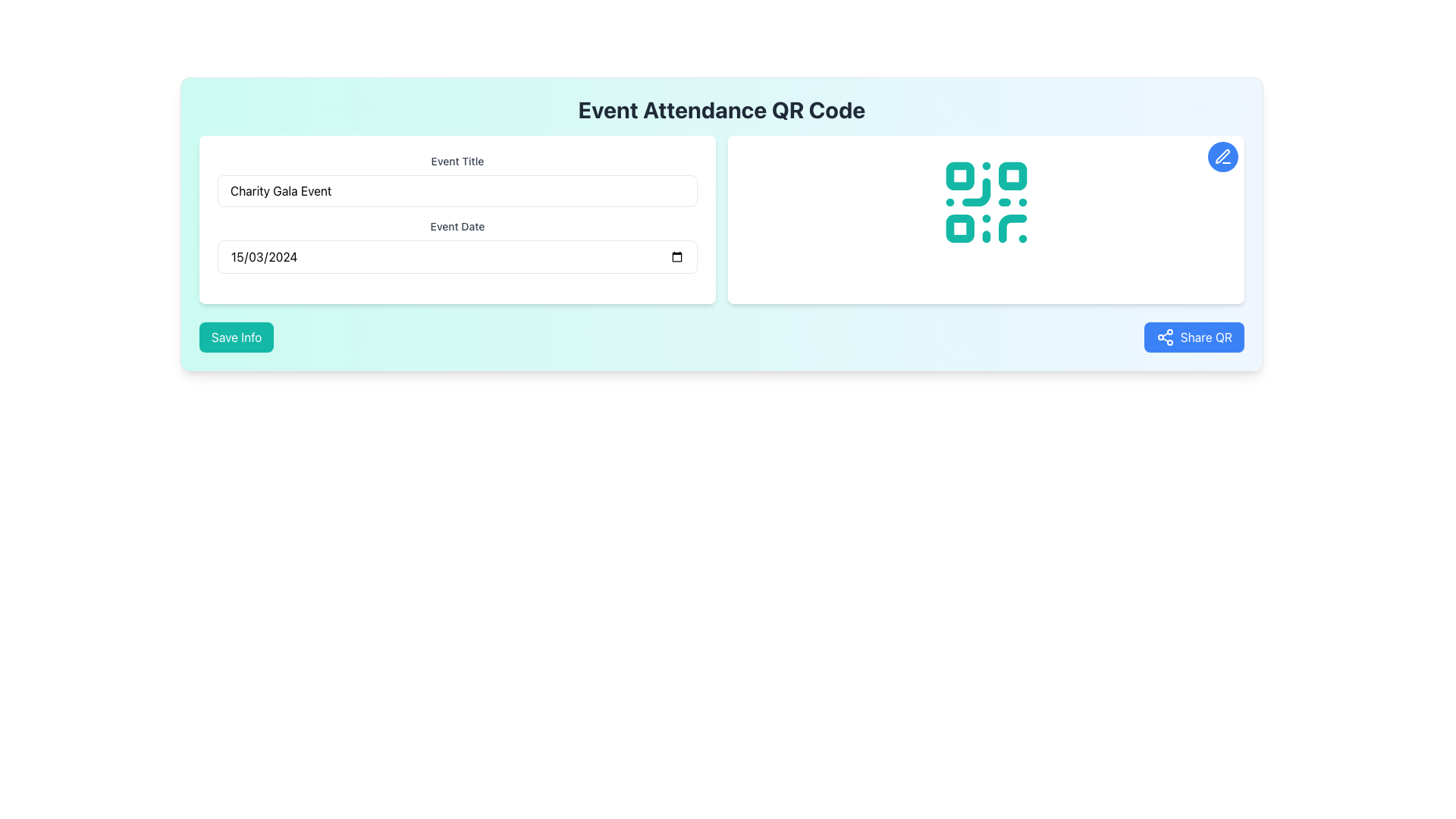  Describe the element at coordinates (457, 161) in the screenshot. I see `the text label reading 'Event Title', which is a medium-sized gray font located above the input box for 'Charity Gala Event'` at that location.